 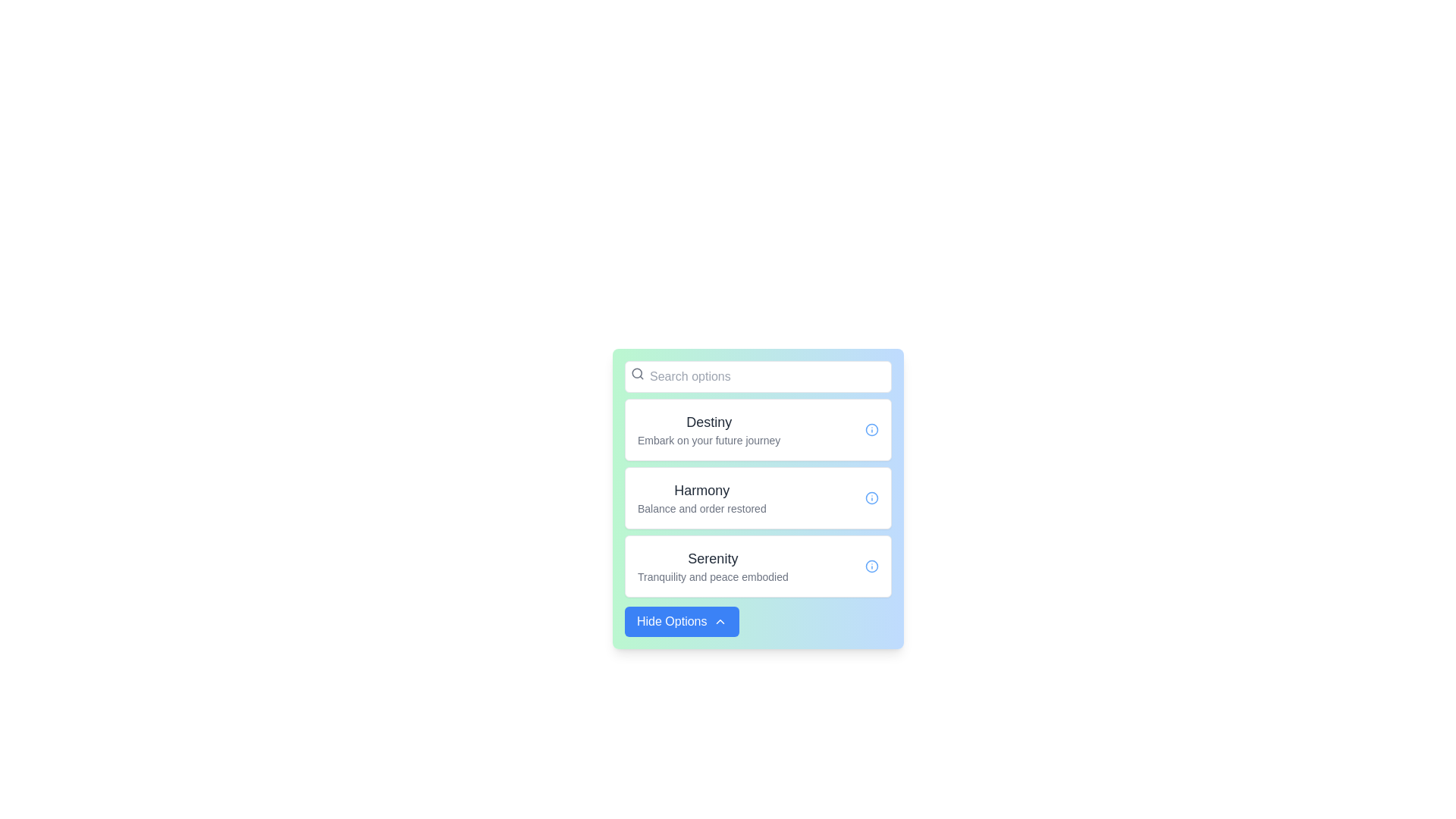 What do you see at coordinates (758, 430) in the screenshot?
I see `the first option in the dropdown menu labeled 'Destiny', which includes a bold heading and a rounded blue info icon` at bounding box center [758, 430].